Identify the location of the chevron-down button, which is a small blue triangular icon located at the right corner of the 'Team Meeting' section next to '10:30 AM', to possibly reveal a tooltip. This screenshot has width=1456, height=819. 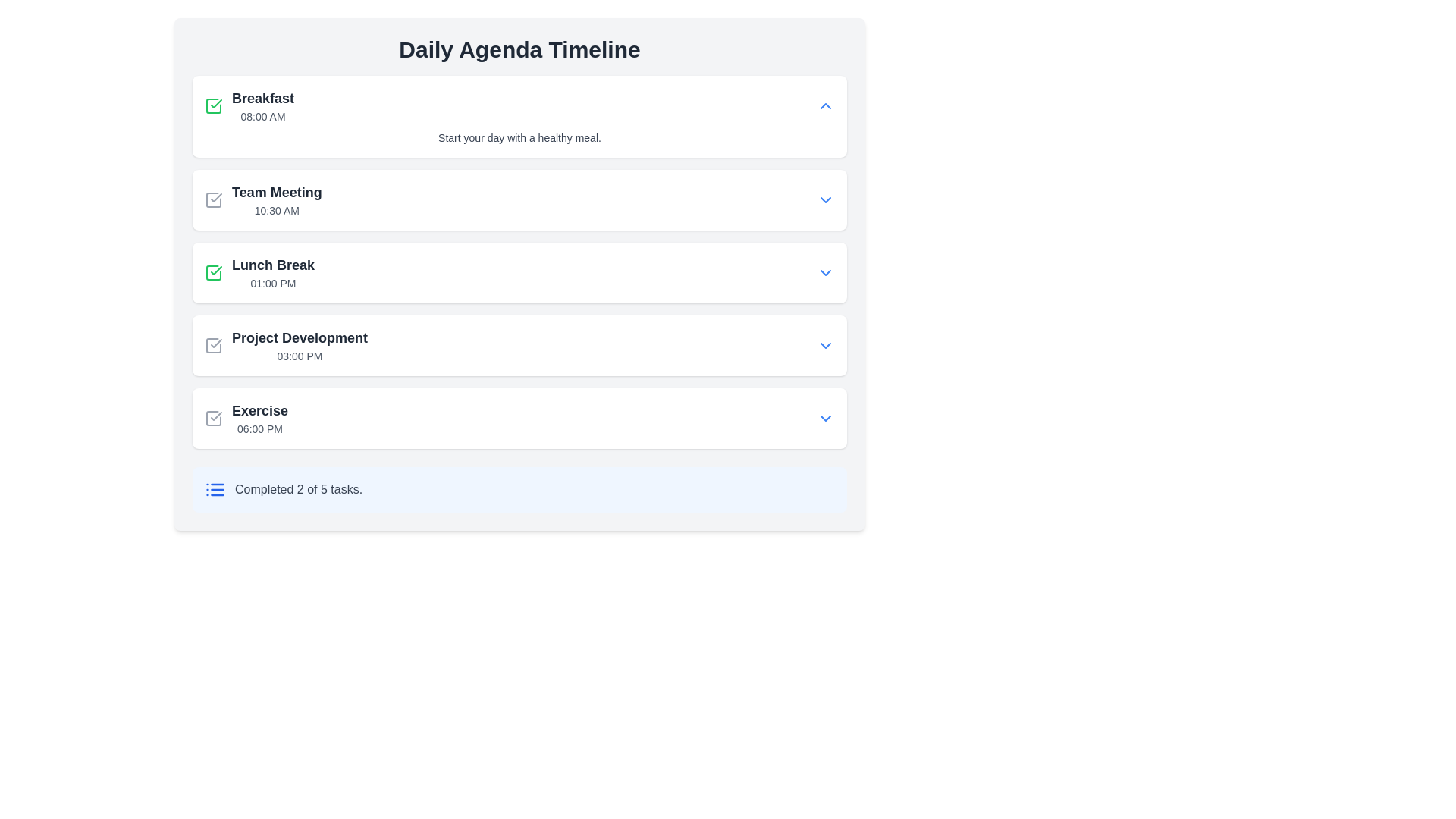
(825, 199).